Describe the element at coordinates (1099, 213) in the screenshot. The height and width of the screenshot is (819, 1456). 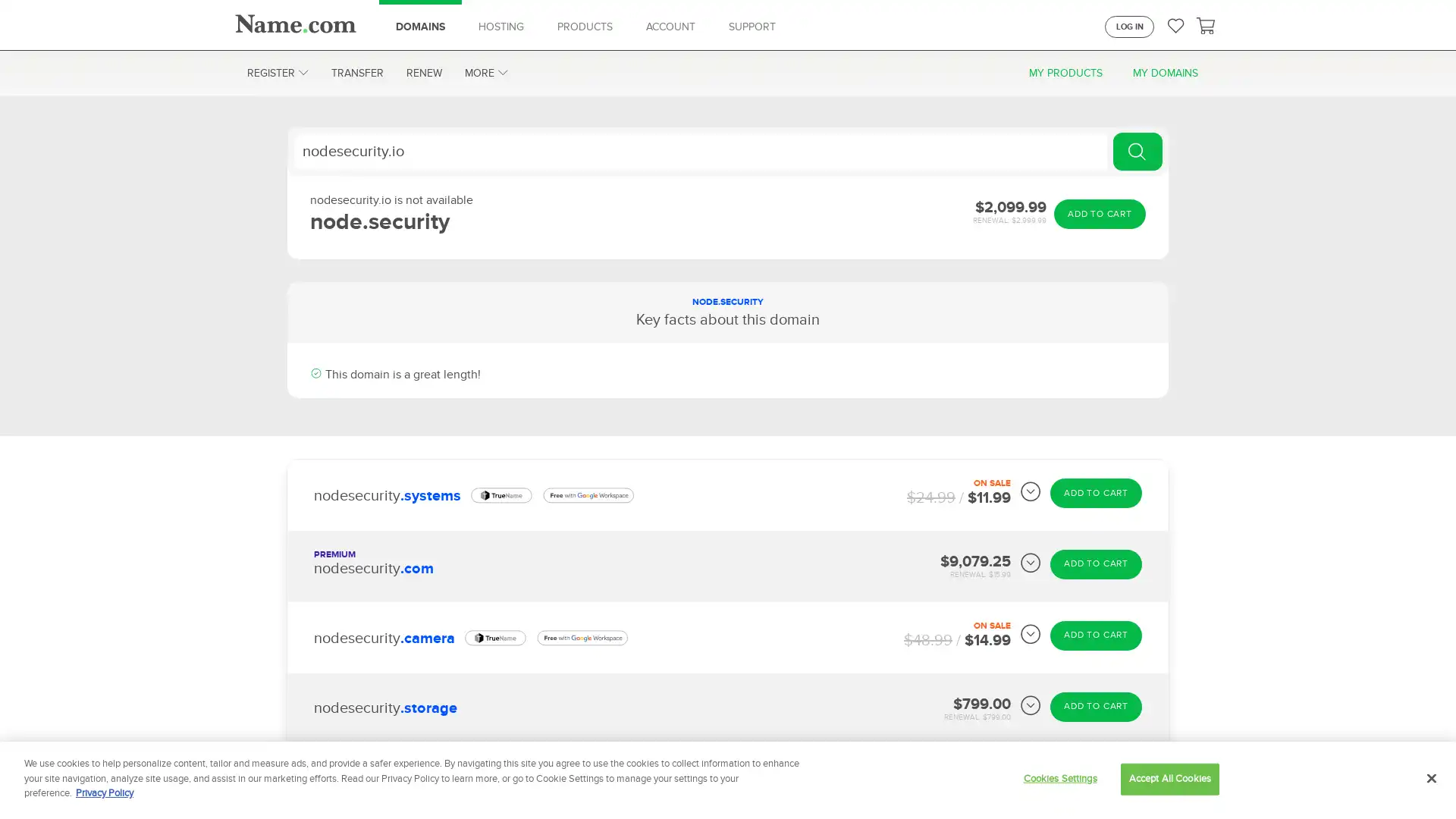
I see `ADD TO CART` at that location.